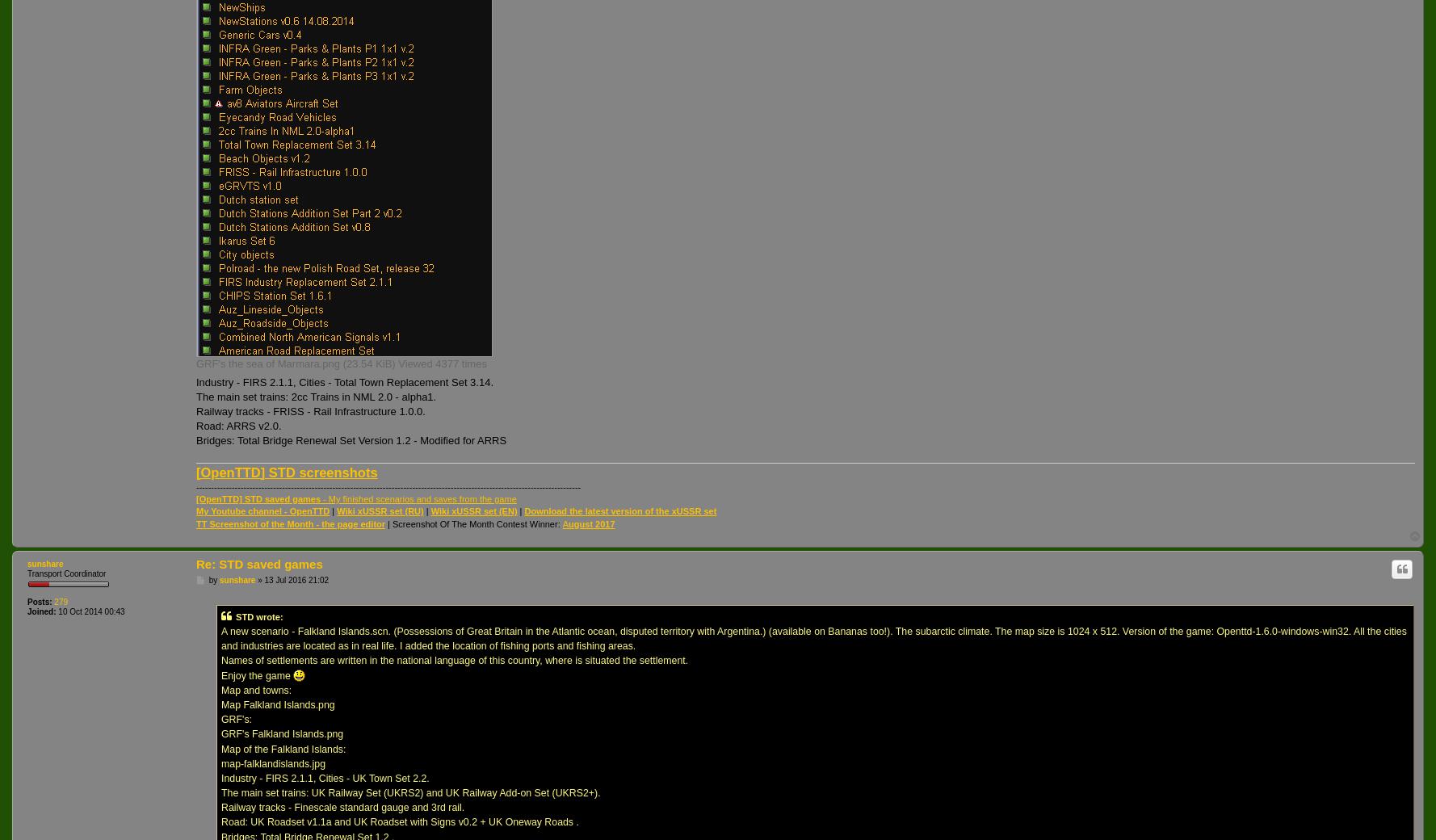 Image resolution: width=1436 pixels, height=840 pixels. What do you see at coordinates (325, 778) in the screenshot?
I see `'Industry - FIRS 2.1.1, Cities - UK Town Set 2.2.'` at bounding box center [325, 778].